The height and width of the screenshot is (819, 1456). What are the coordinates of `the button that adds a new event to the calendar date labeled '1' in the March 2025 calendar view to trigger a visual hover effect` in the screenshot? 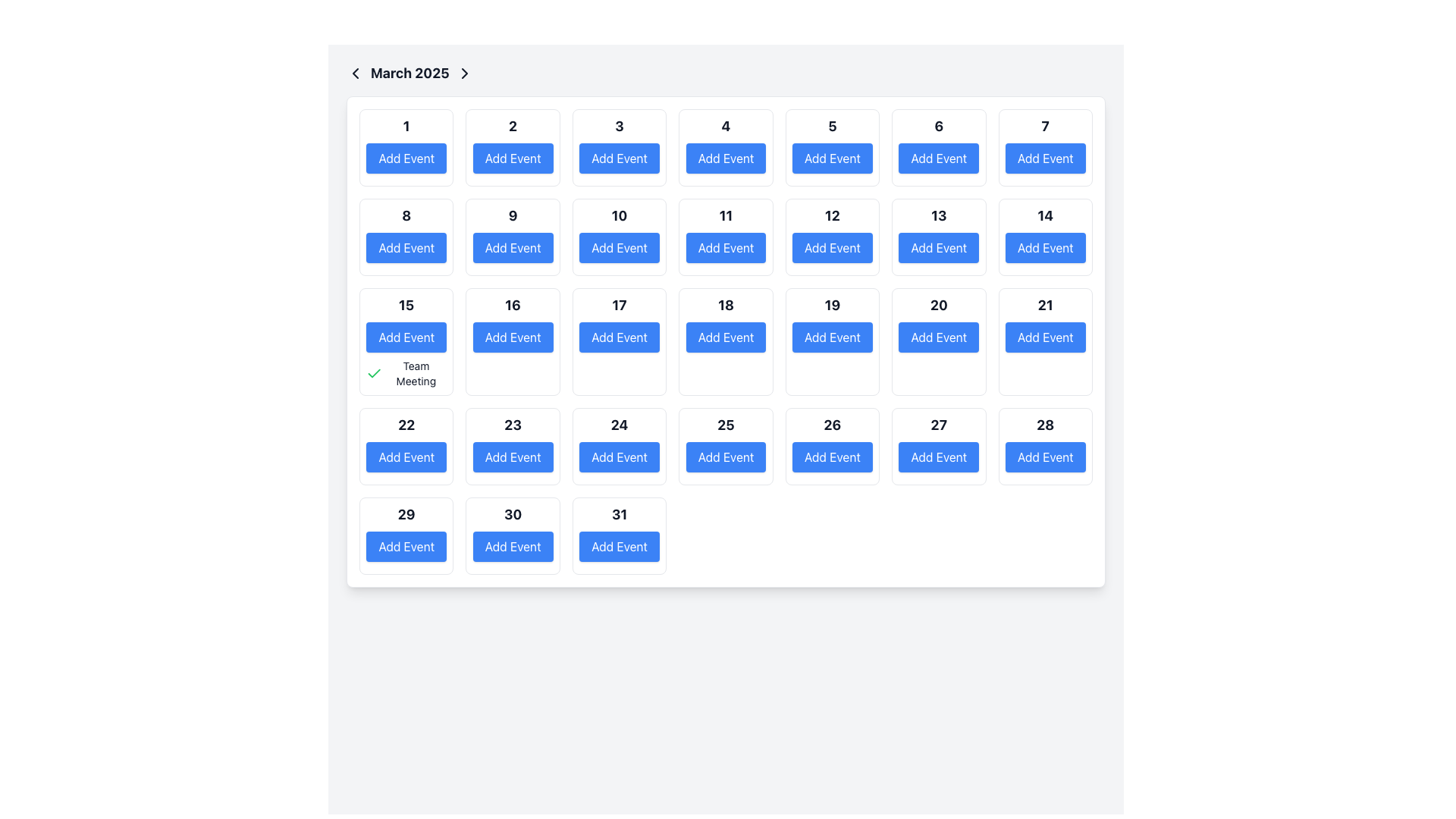 It's located at (406, 158).